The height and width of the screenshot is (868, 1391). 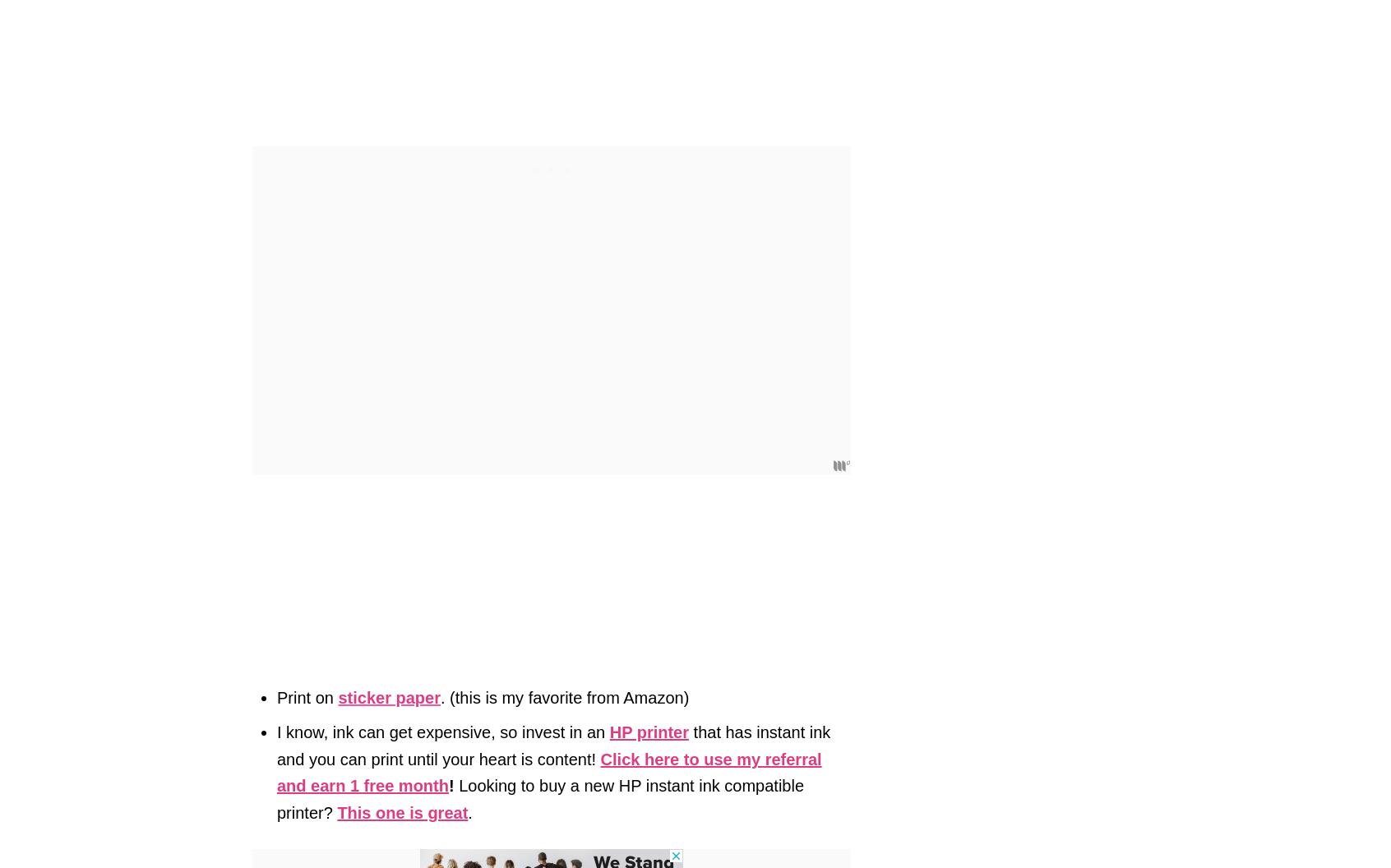 I want to click on 'I know, ink can get expensive, so invest in an', so click(x=443, y=732).